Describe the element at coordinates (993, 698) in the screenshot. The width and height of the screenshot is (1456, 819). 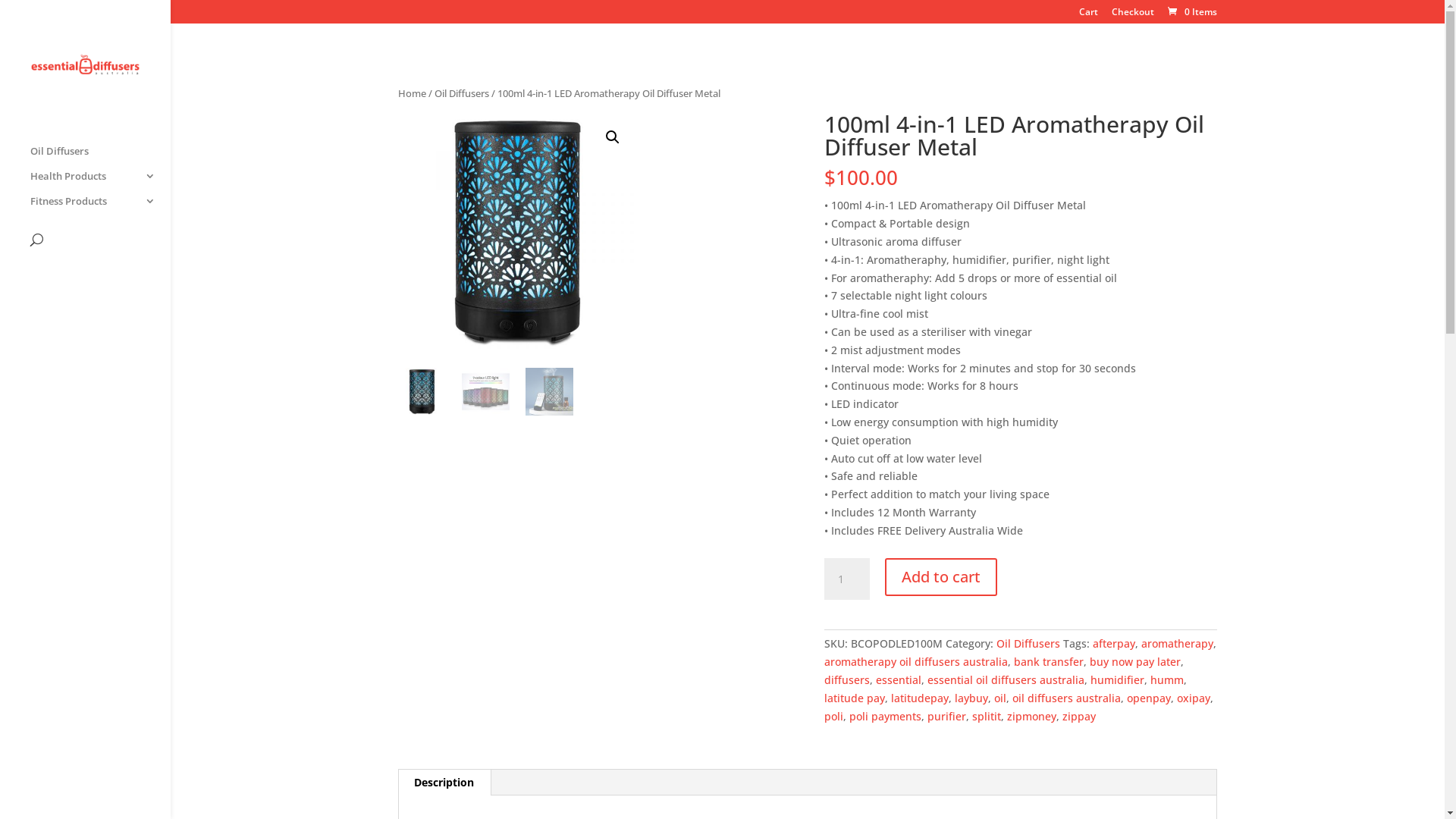
I see `'oil'` at that location.